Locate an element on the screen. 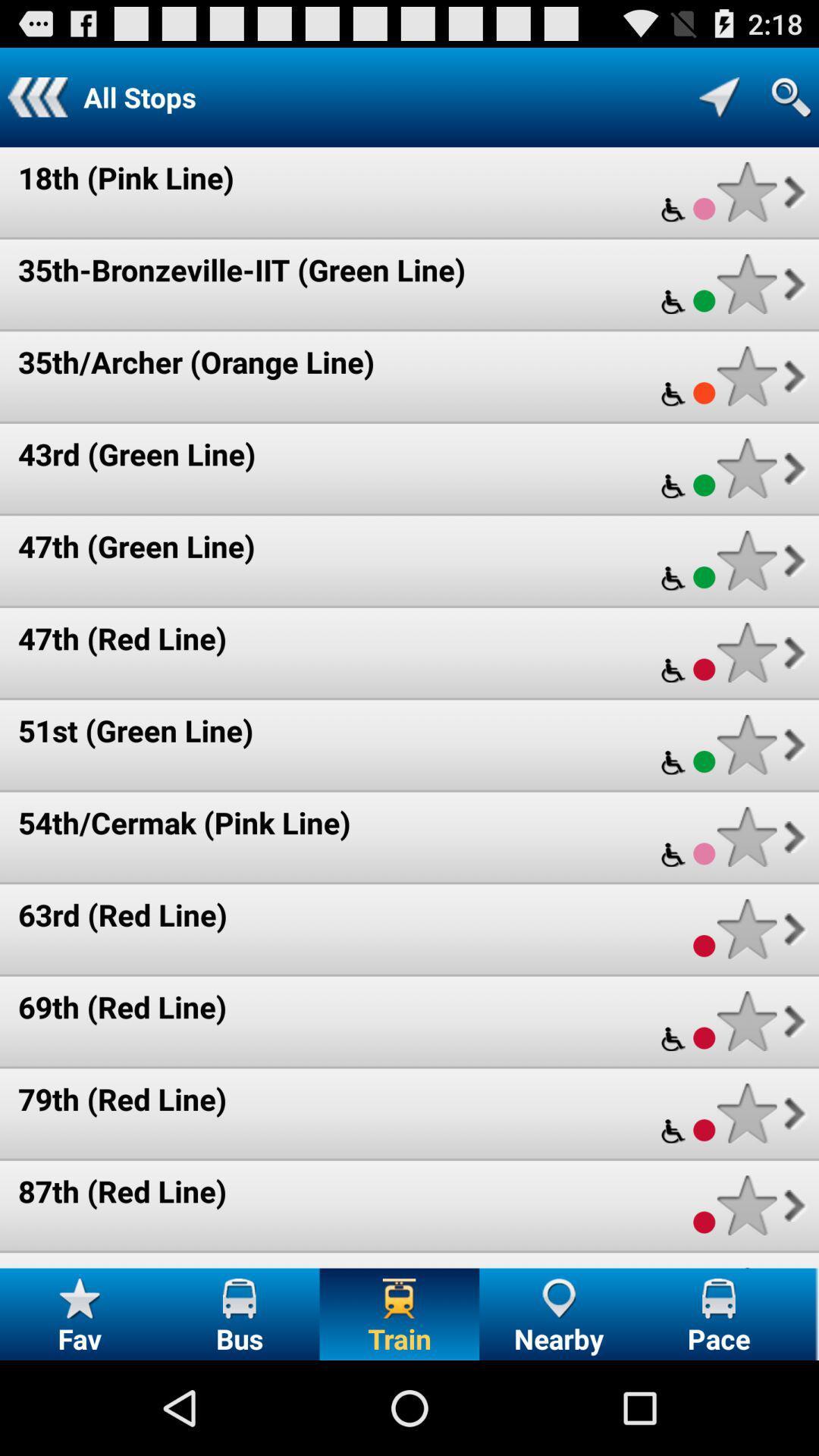 The width and height of the screenshot is (819, 1456). open search bar is located at coordinates (790, 96).